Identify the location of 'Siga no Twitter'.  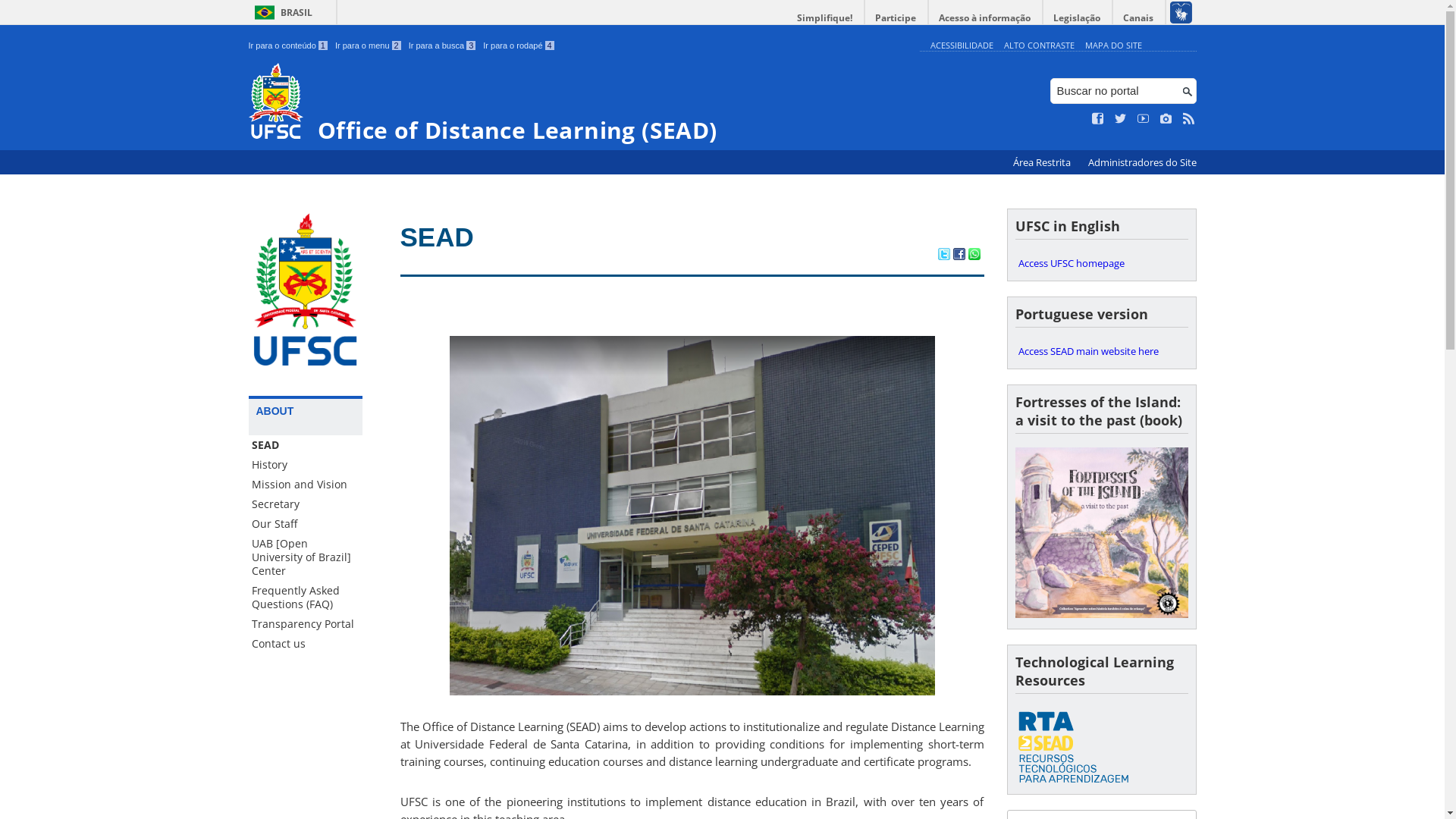
(1121, 118).